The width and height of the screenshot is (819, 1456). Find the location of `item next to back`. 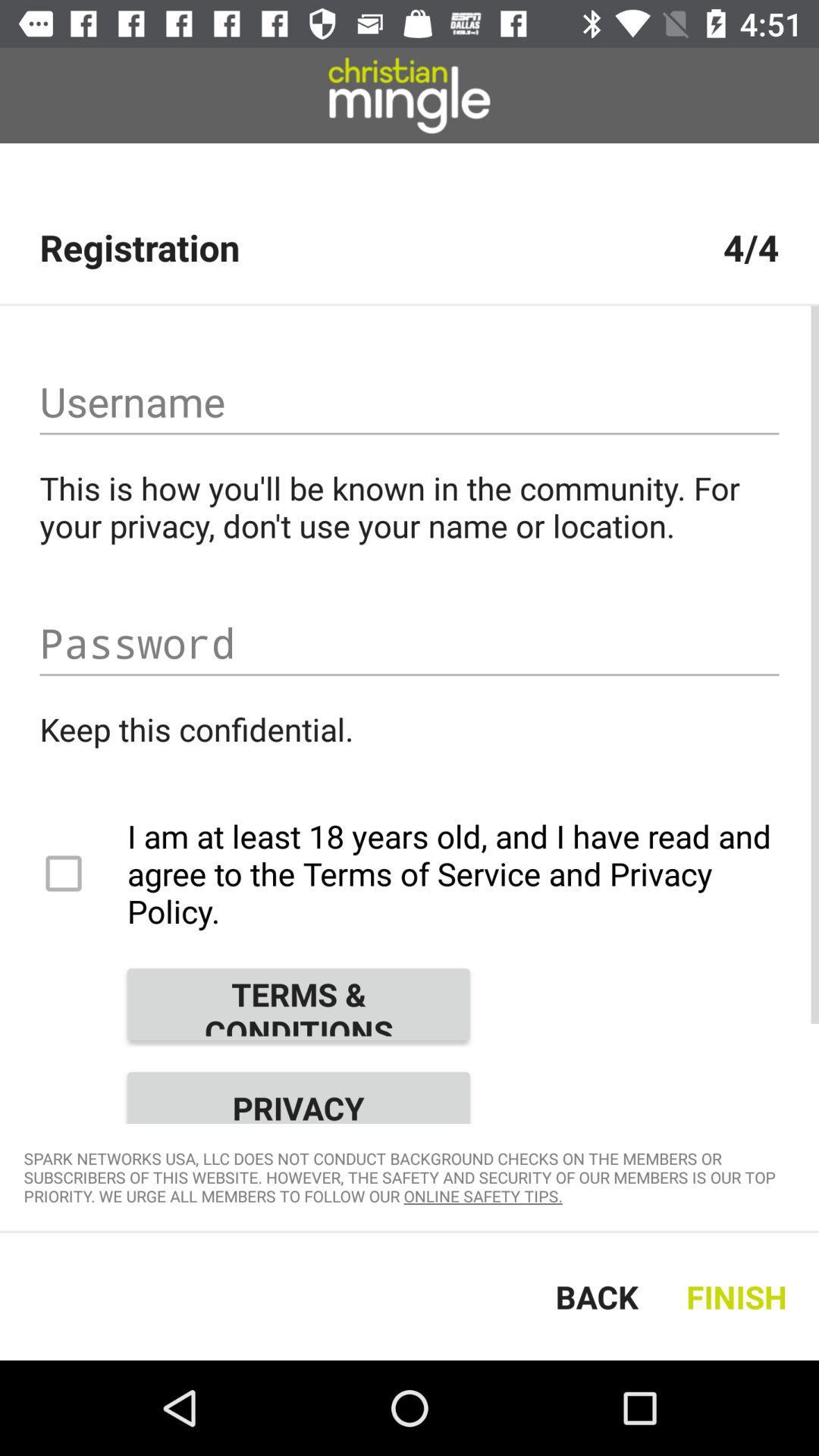

item next to back is located at coordinates (739, 1295).